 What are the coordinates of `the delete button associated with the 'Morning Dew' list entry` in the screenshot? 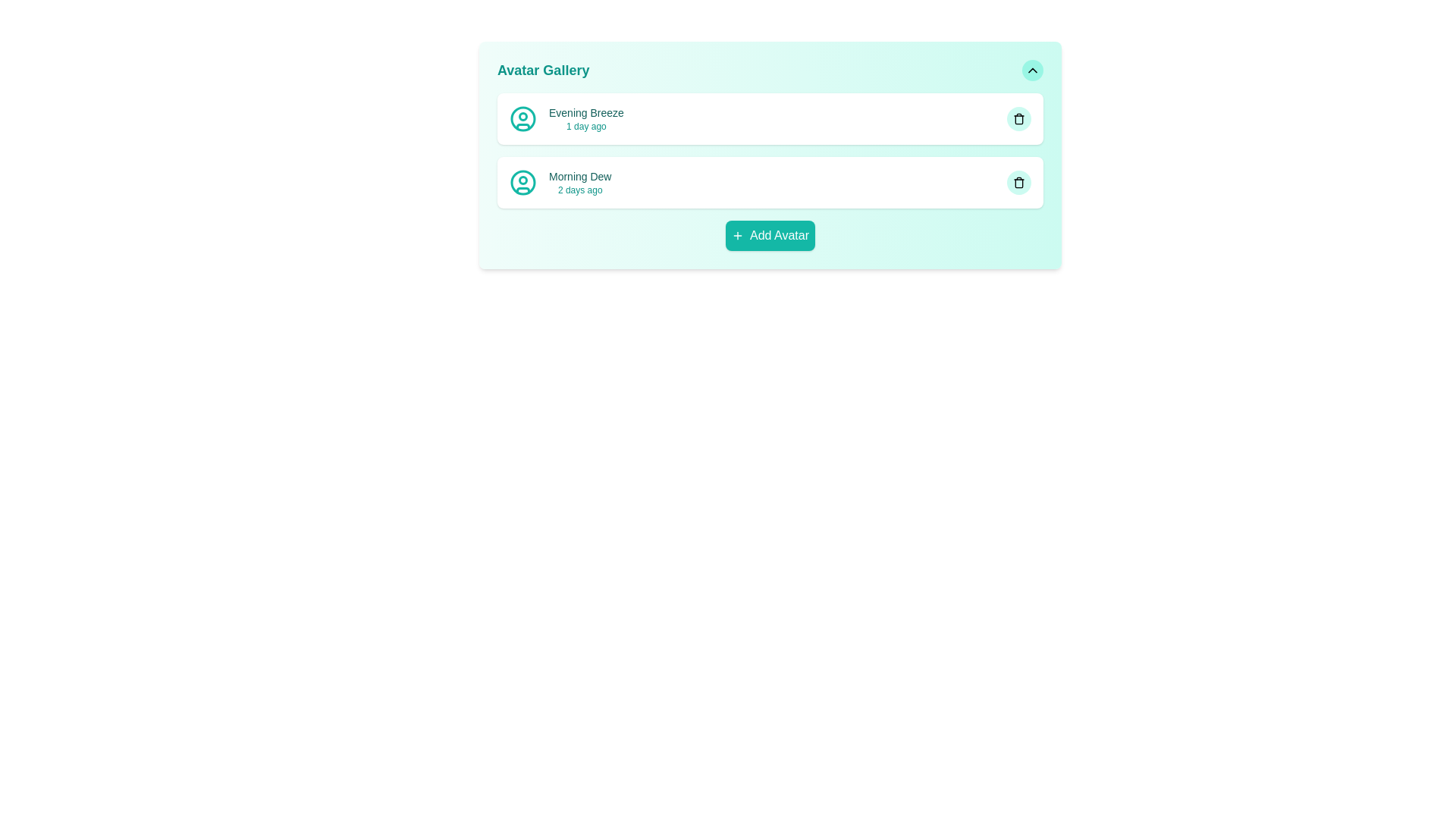 It's located at (1019, 181).